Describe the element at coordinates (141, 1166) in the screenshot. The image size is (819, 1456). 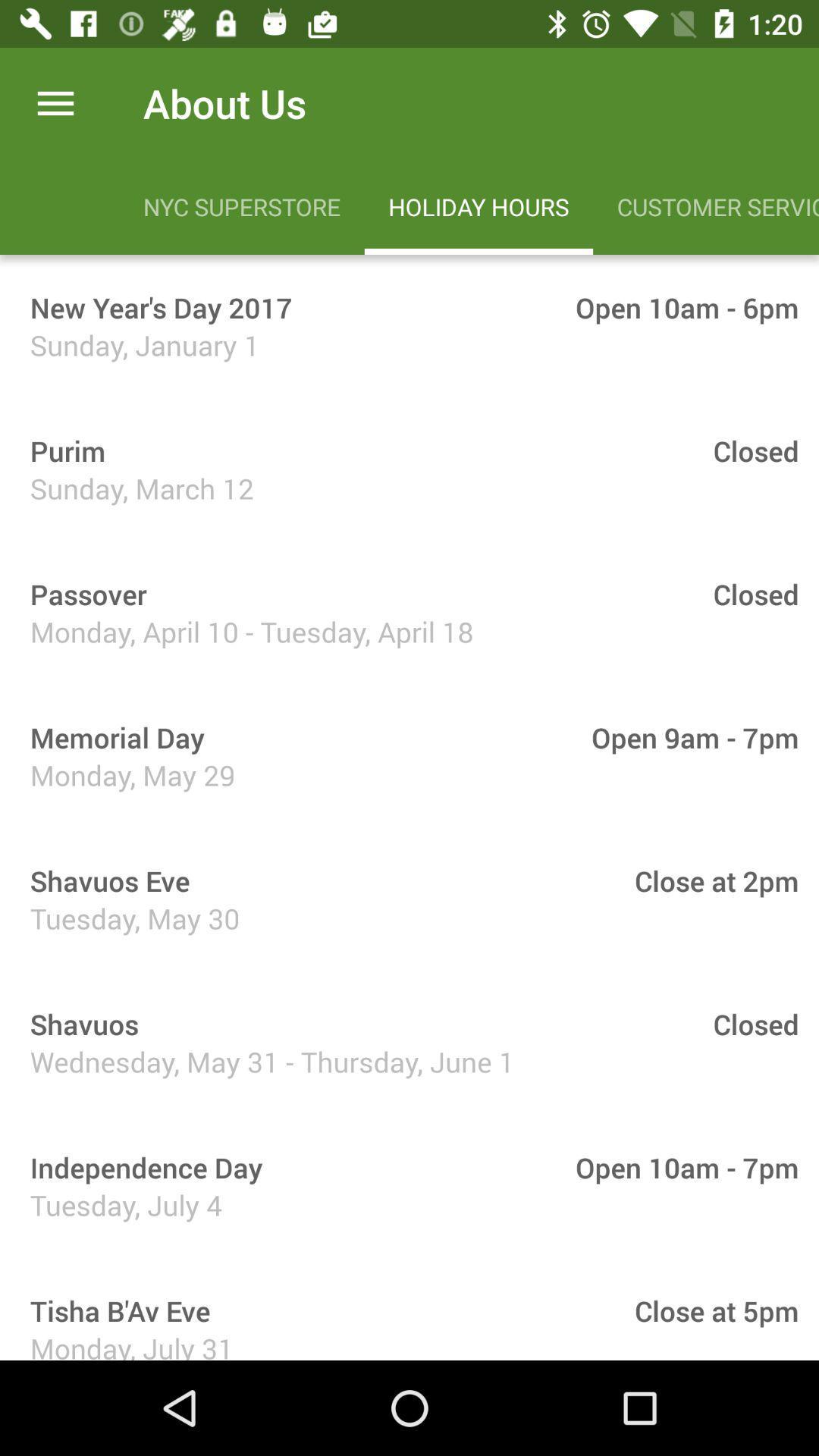
I see `the independence day` at that location.